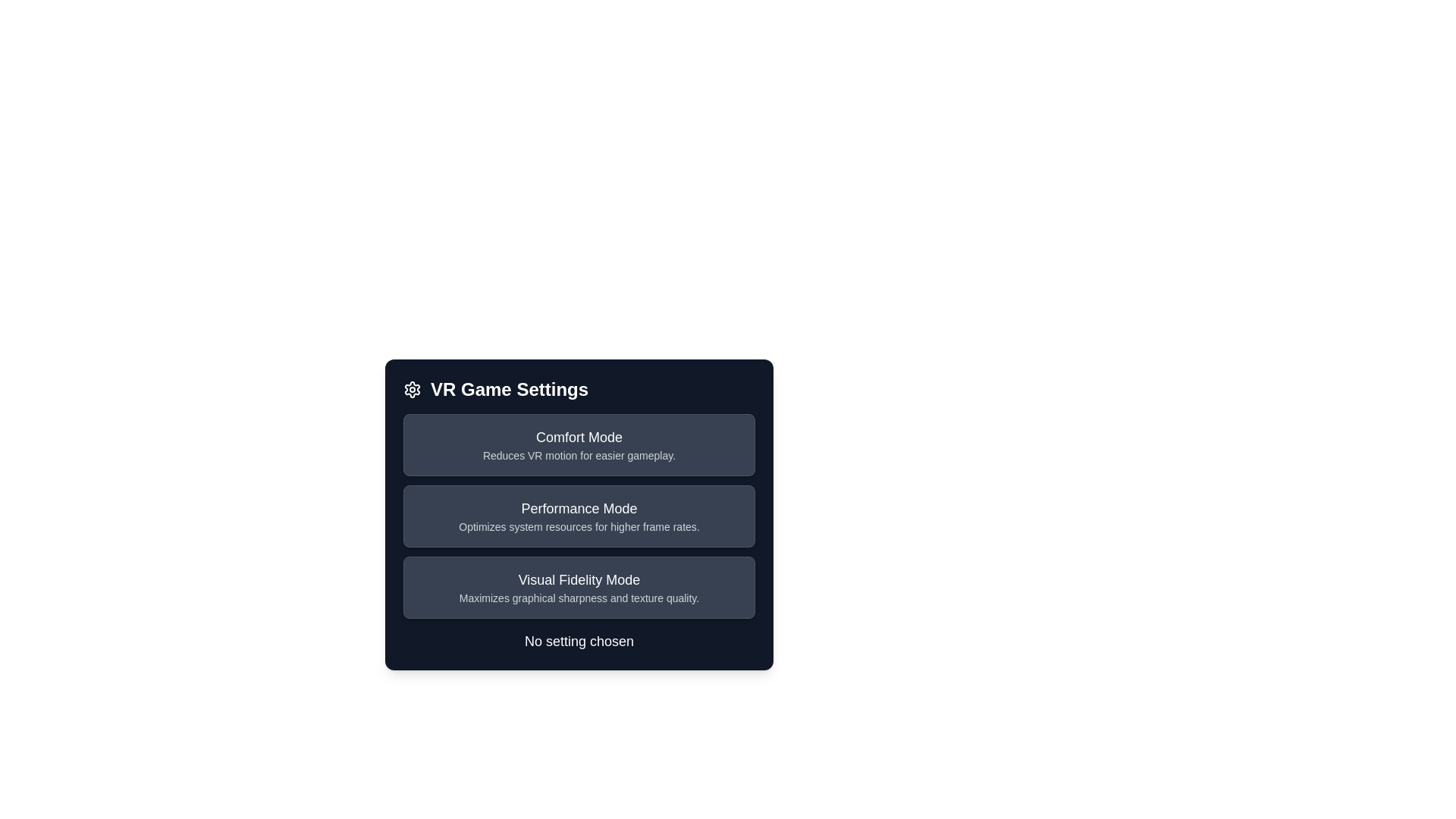 This screenshot has height=819, width=1456. Describe the element at coordinates (578, 513) in the screenshot. I see `the 'Performance Mode' list item, which is the second item in the VR Game Settings options` at that location.